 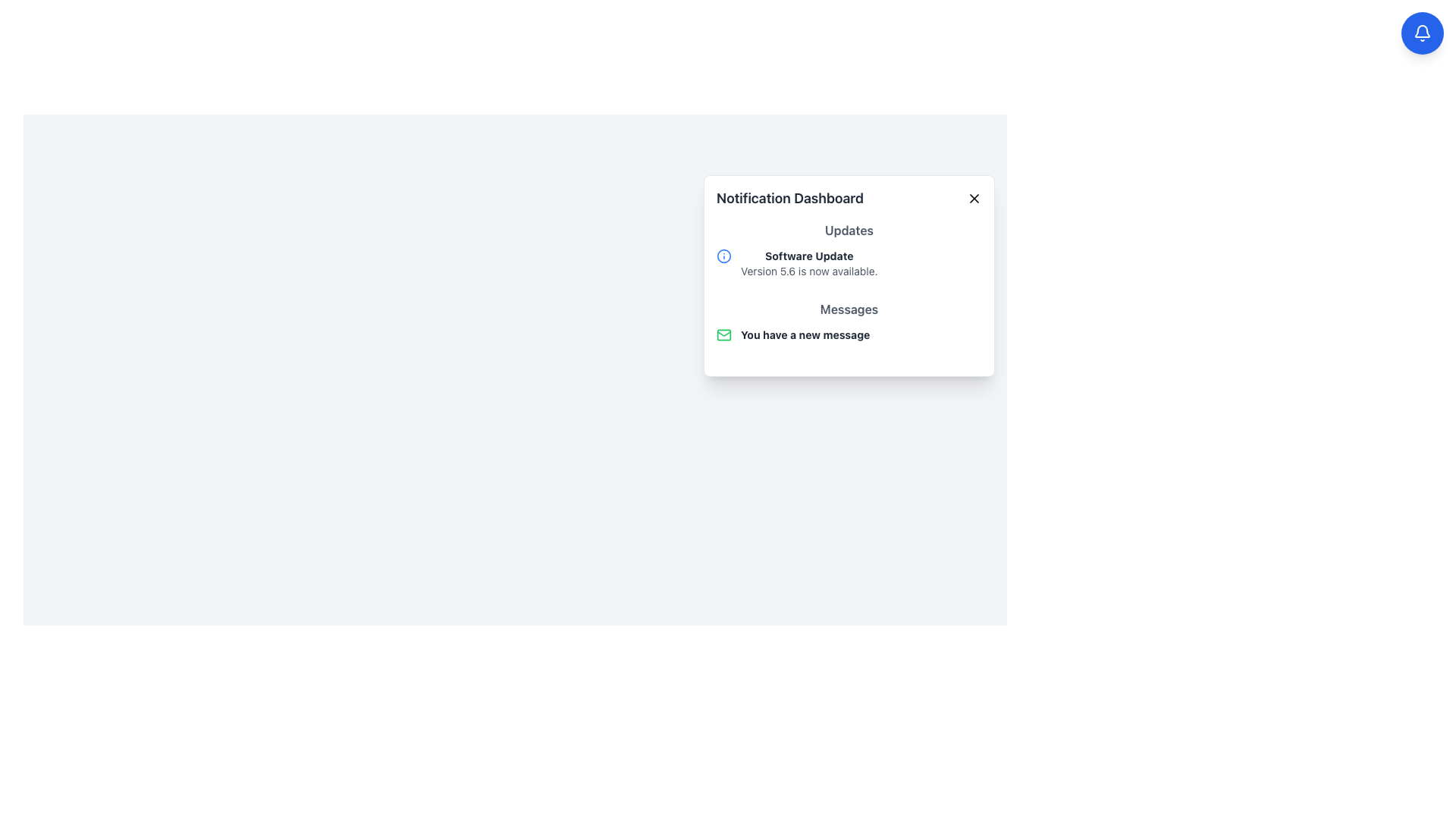 What do you see at coordinates (723, 256) in the screenshot?
I see `the SVG Circle element representing an information symbol located at the upper-right side of the interface` at bounding box center [723, 256].